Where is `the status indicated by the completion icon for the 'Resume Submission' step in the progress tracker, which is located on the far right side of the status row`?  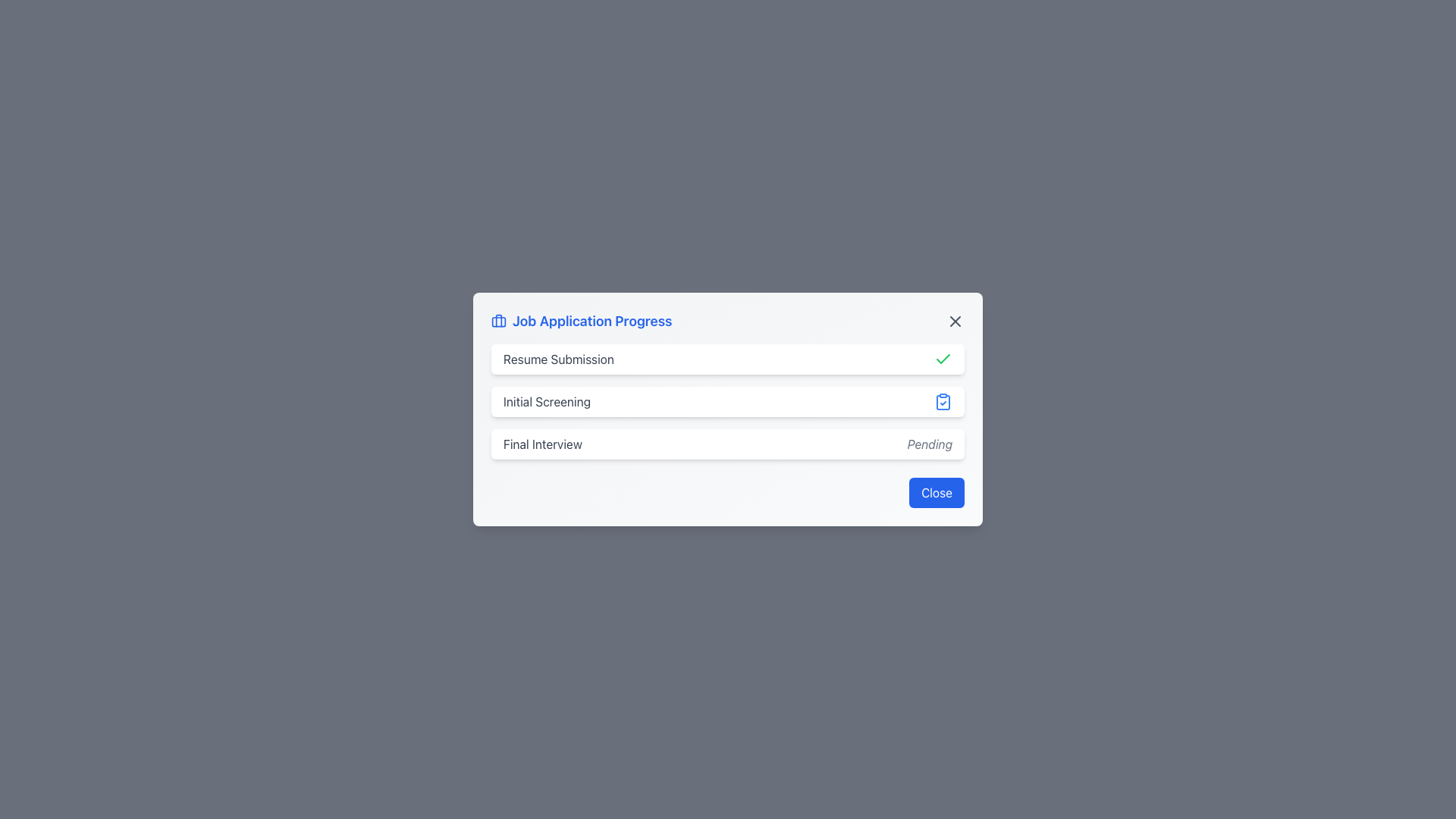
the status indicated by the completion icon for the 'Resume Submission' step in the progress tracker, which is located on the far right side of the status row is located at coordinates (942, 359).